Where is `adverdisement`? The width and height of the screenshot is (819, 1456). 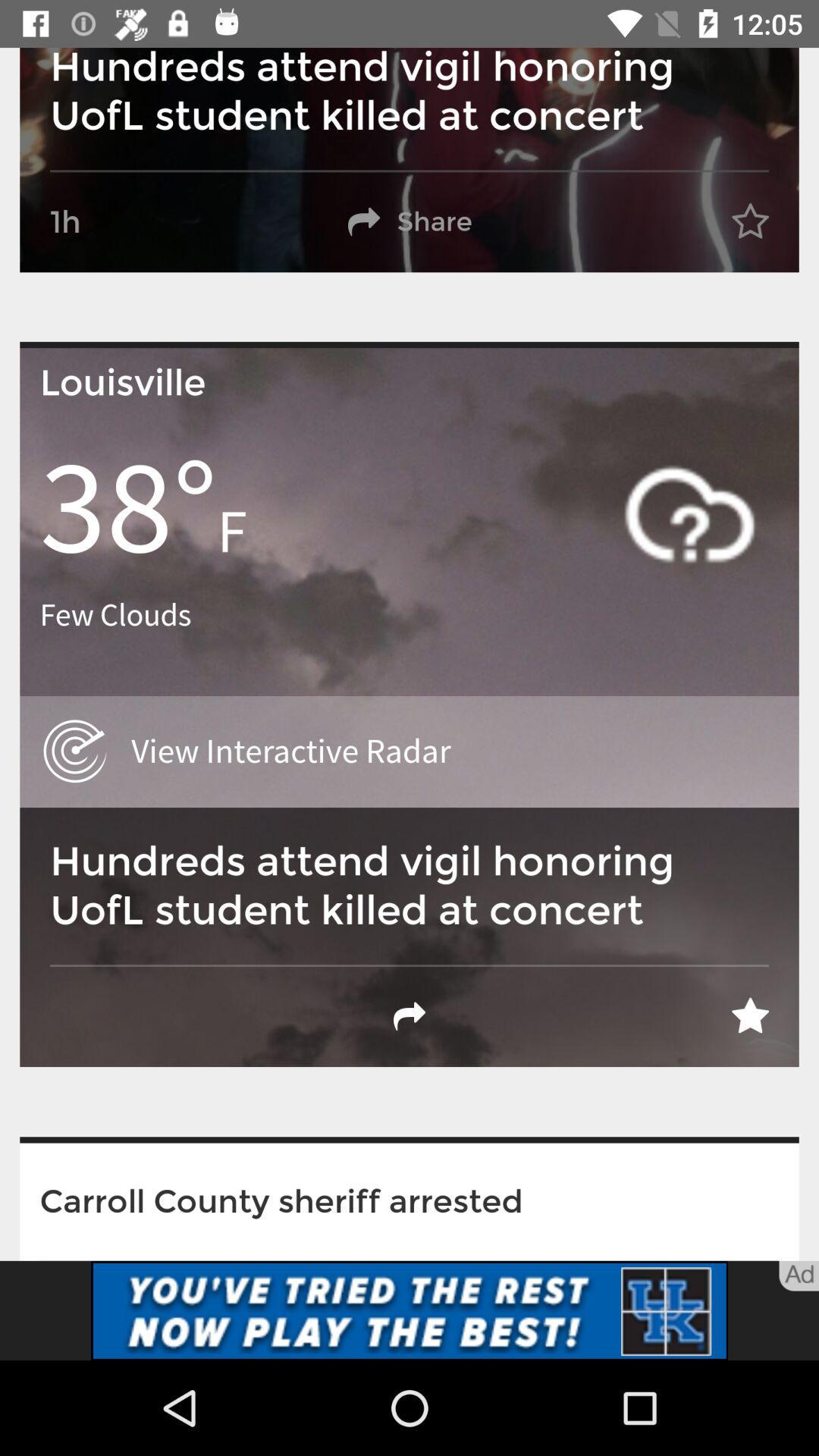
adverdisement is located at coordinates (409, 1310).